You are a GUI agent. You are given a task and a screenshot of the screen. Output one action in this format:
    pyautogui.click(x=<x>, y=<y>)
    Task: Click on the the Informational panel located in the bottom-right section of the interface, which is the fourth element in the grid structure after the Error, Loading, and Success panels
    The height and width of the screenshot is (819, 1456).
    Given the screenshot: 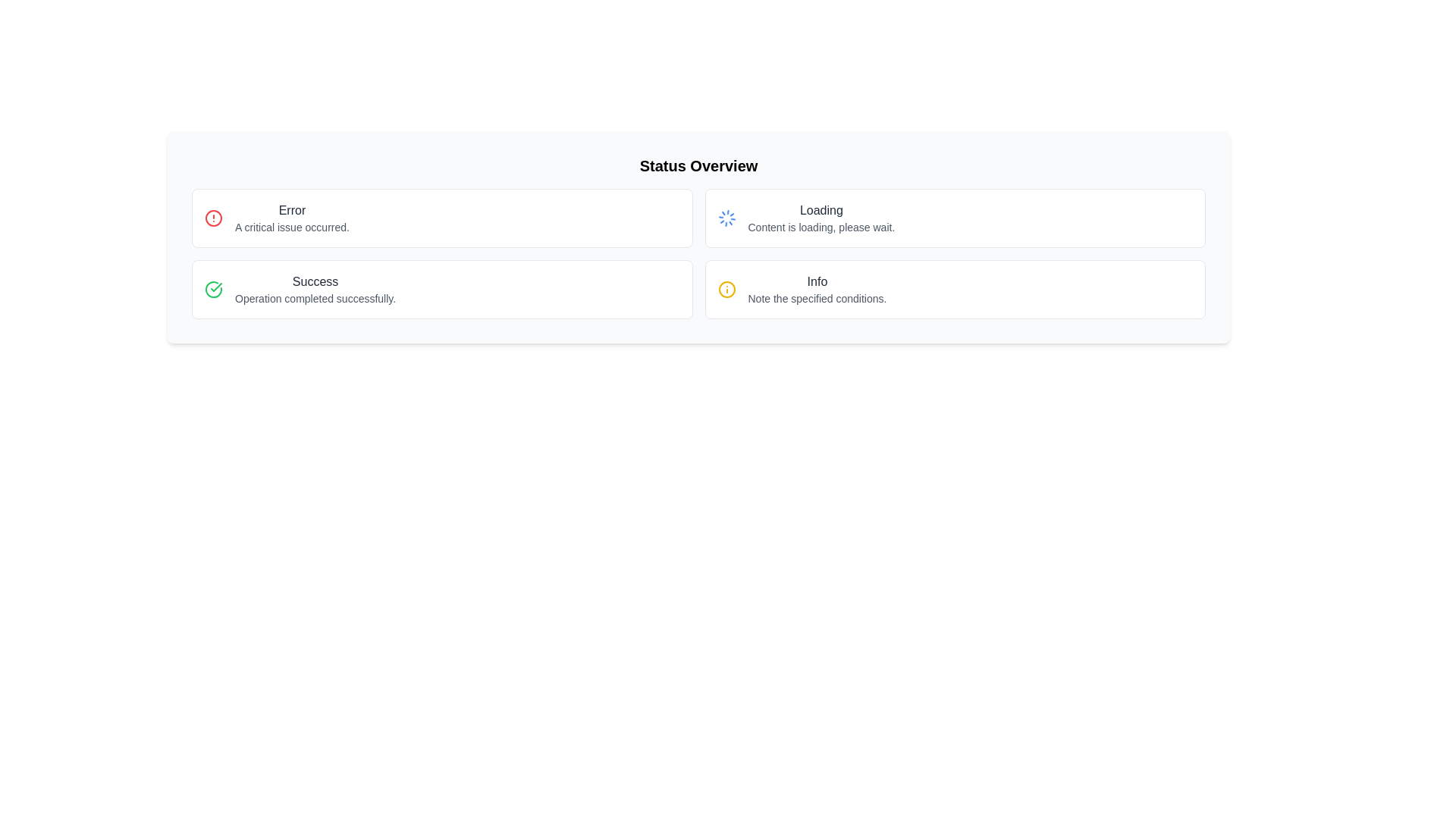 What is the action you would take?
    pyautogui.click(x=954, y=289)
    